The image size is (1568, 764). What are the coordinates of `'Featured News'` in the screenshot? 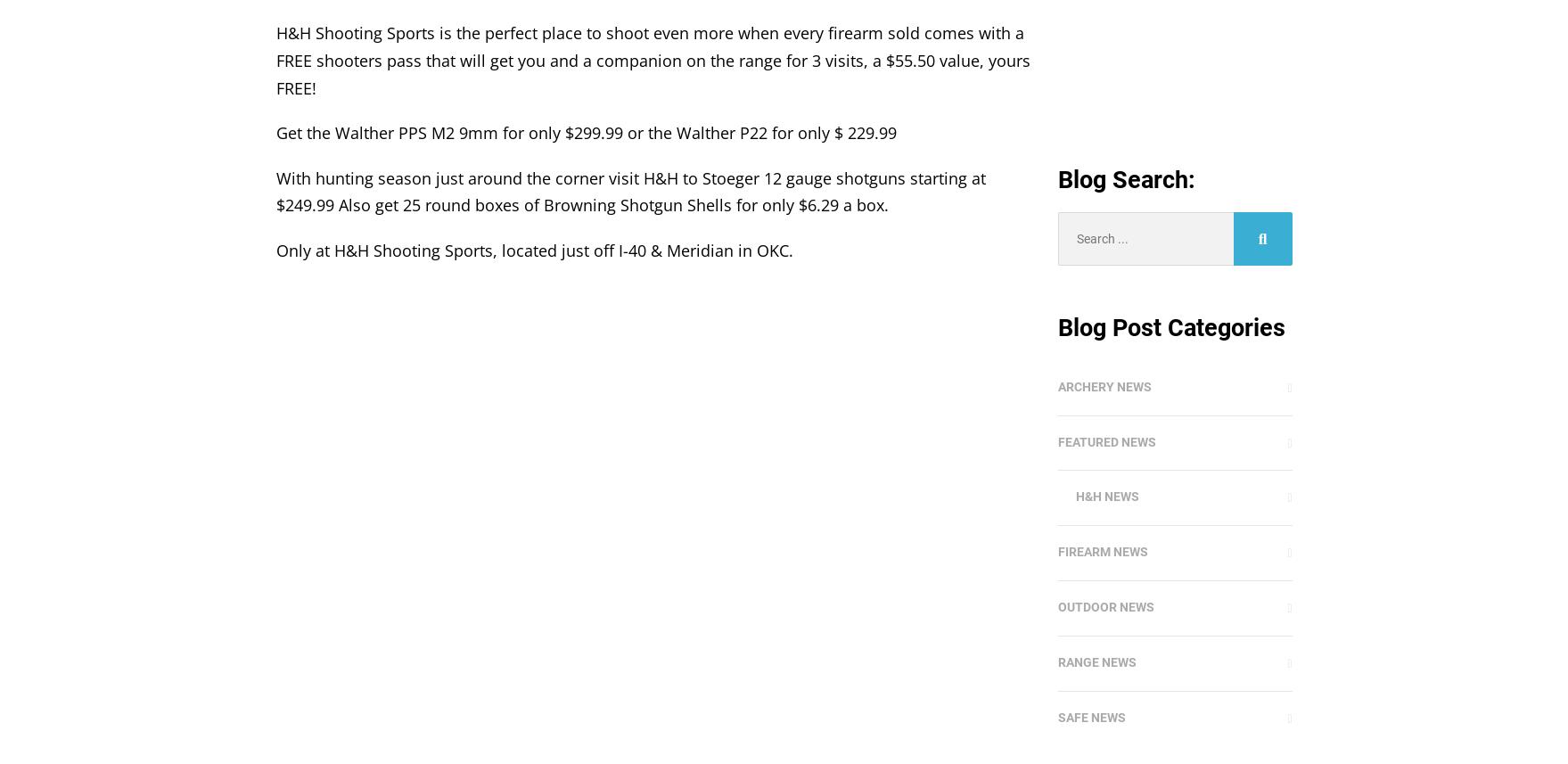 It's located at (1057, 441).